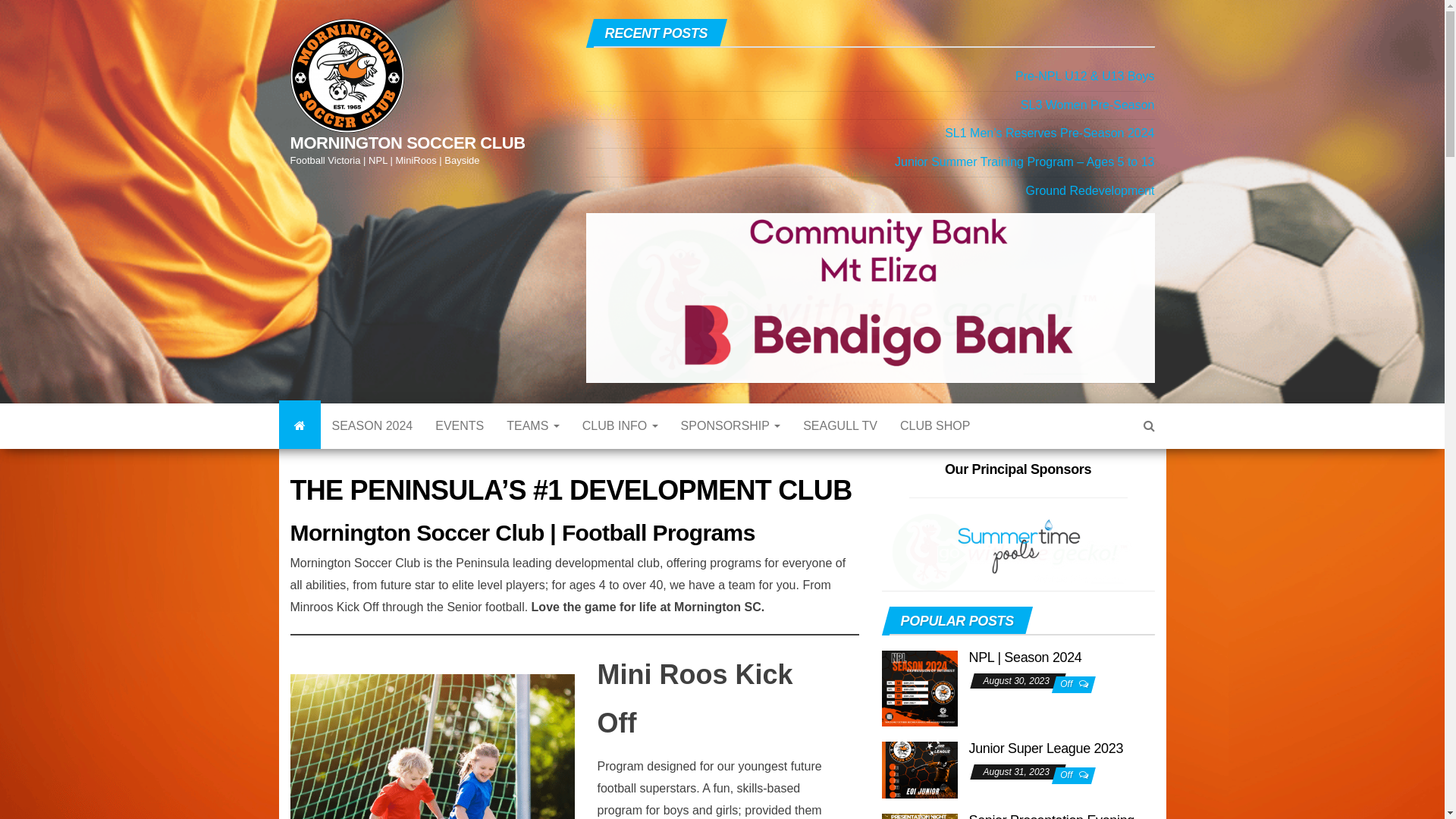 The image size is (1456, 819). Describe the element at coordinates (407, 143) in the screenshot. I see `'MORNINGTON SOCCER CLUB'` at that location.